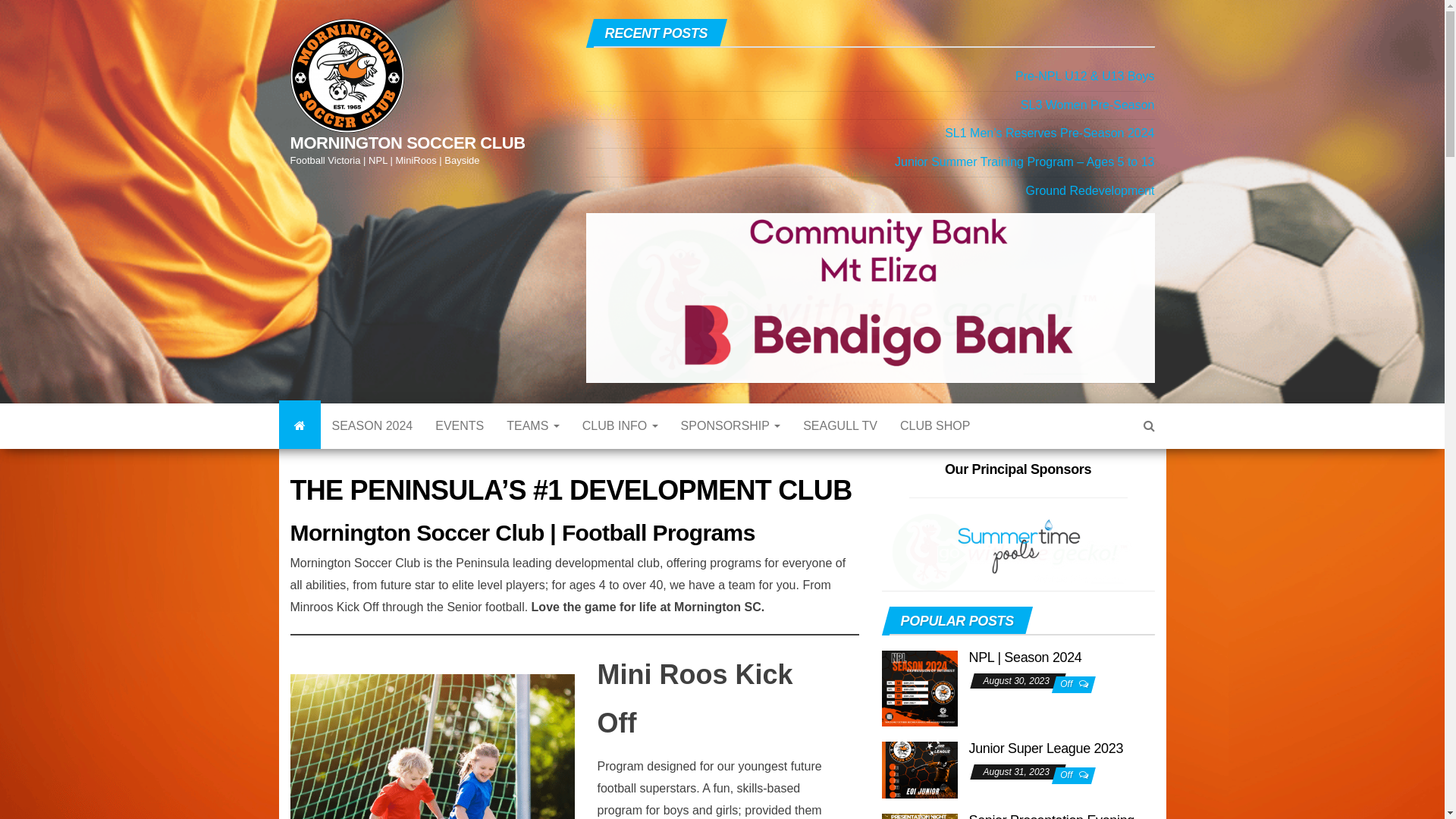 The image size is (1456, 819). Describe the element at coordinates (407, 143) in the screenshot. I see `'MORNINGTON SOCCER CLUB'` at that location.